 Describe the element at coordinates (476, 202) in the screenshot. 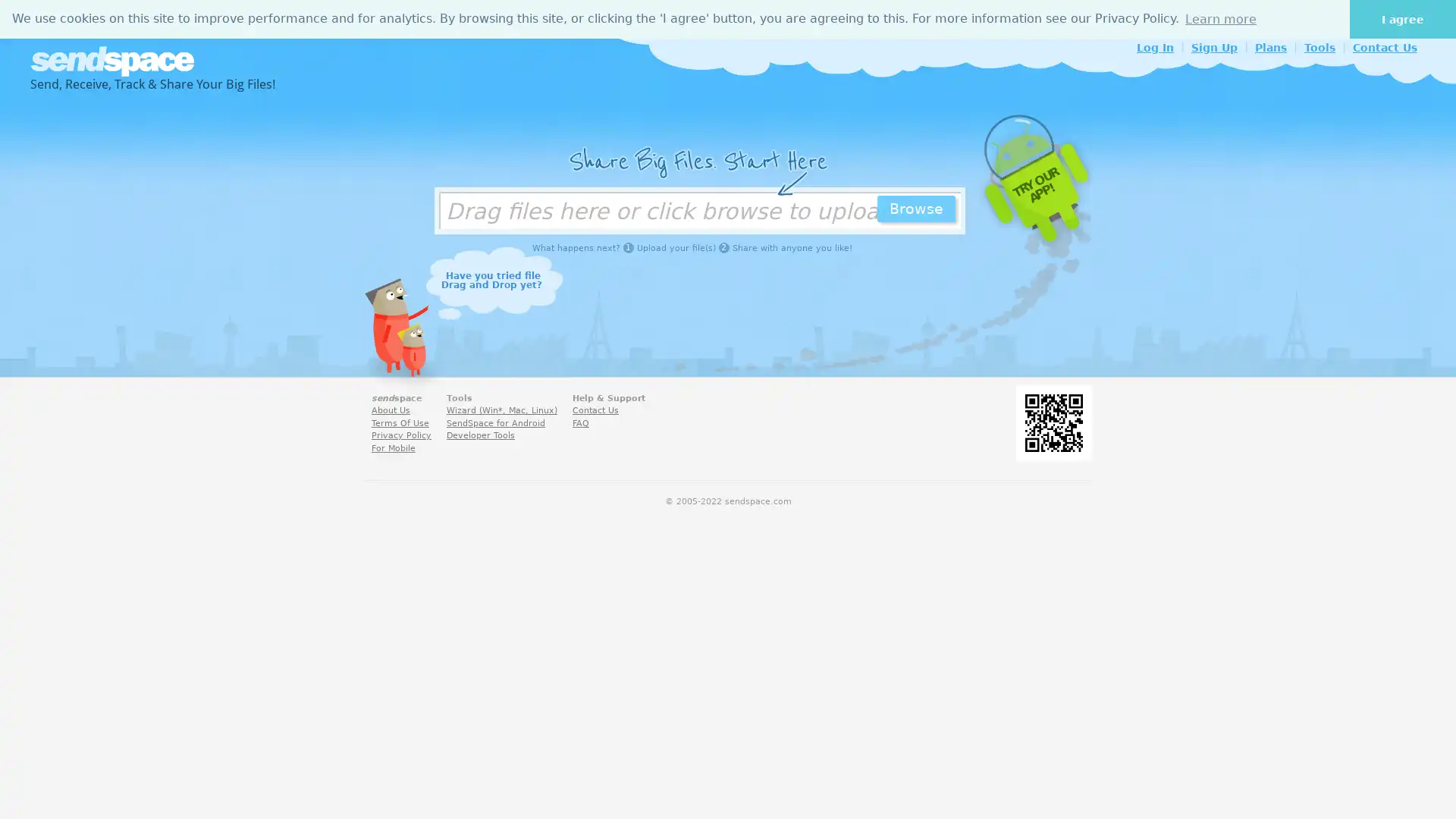

I see `Choose Files` at that location.